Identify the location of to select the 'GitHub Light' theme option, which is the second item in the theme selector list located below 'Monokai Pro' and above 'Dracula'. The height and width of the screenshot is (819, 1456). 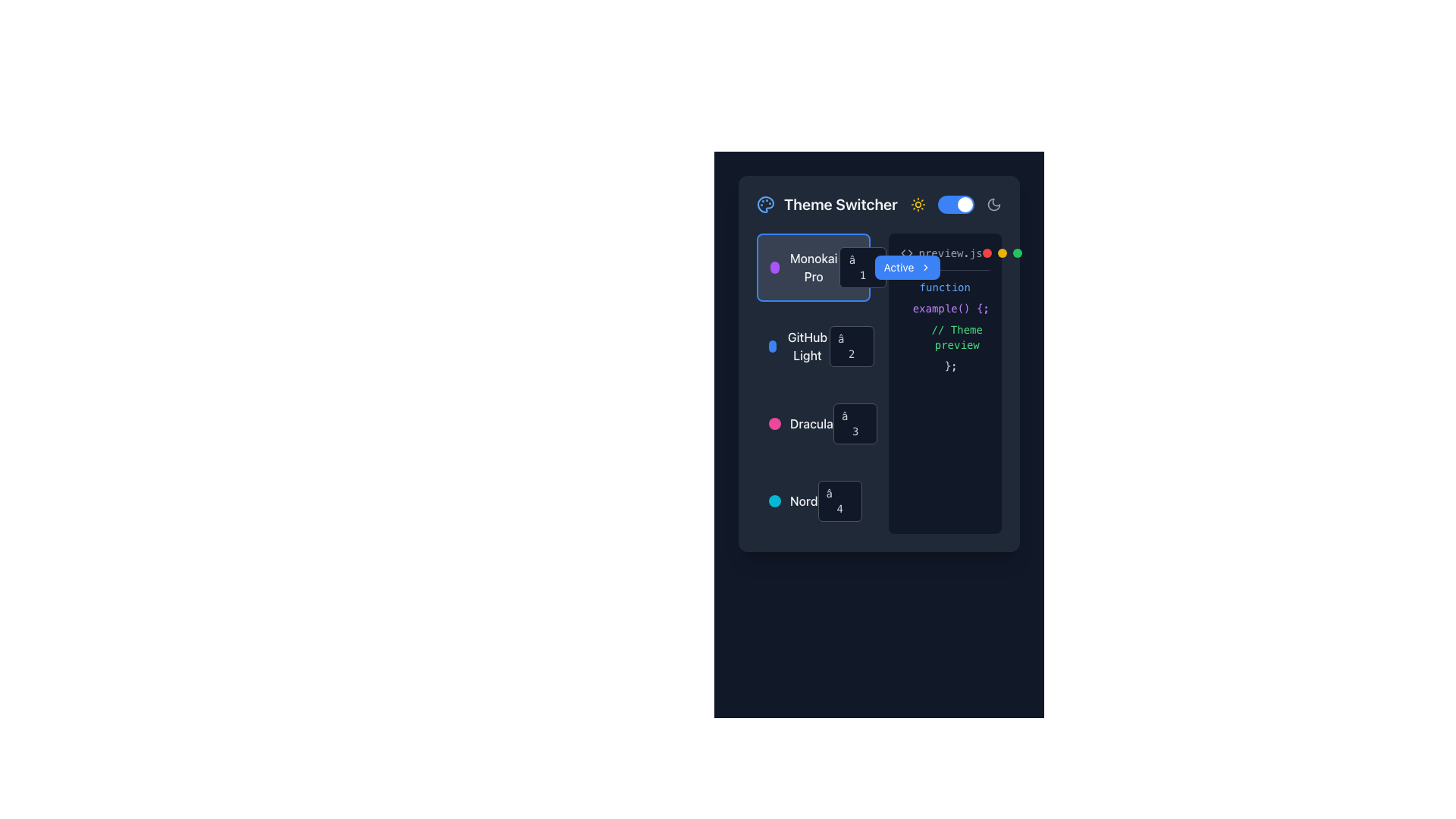
(812, 346).